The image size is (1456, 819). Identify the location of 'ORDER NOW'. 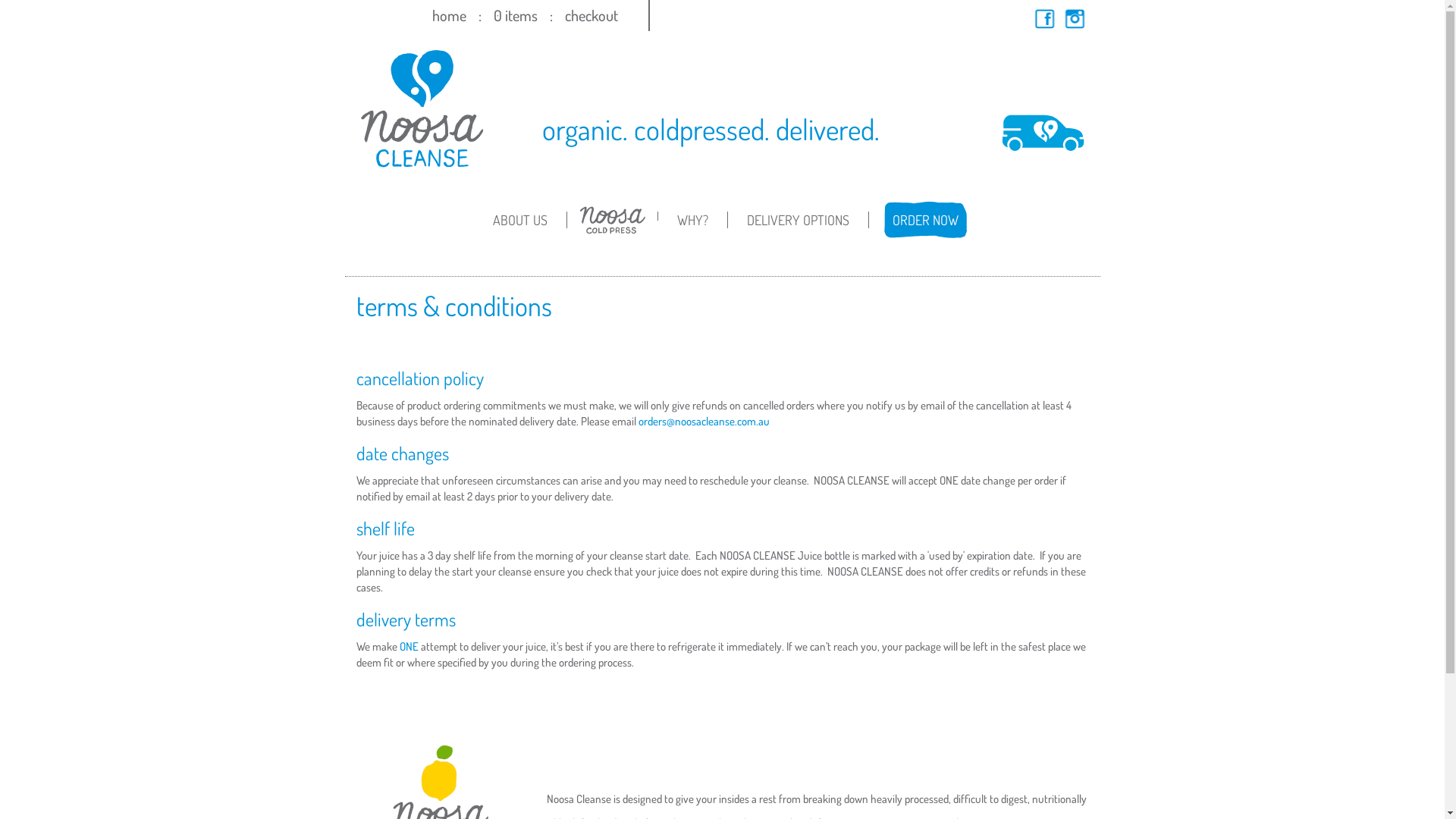
(924, 219).